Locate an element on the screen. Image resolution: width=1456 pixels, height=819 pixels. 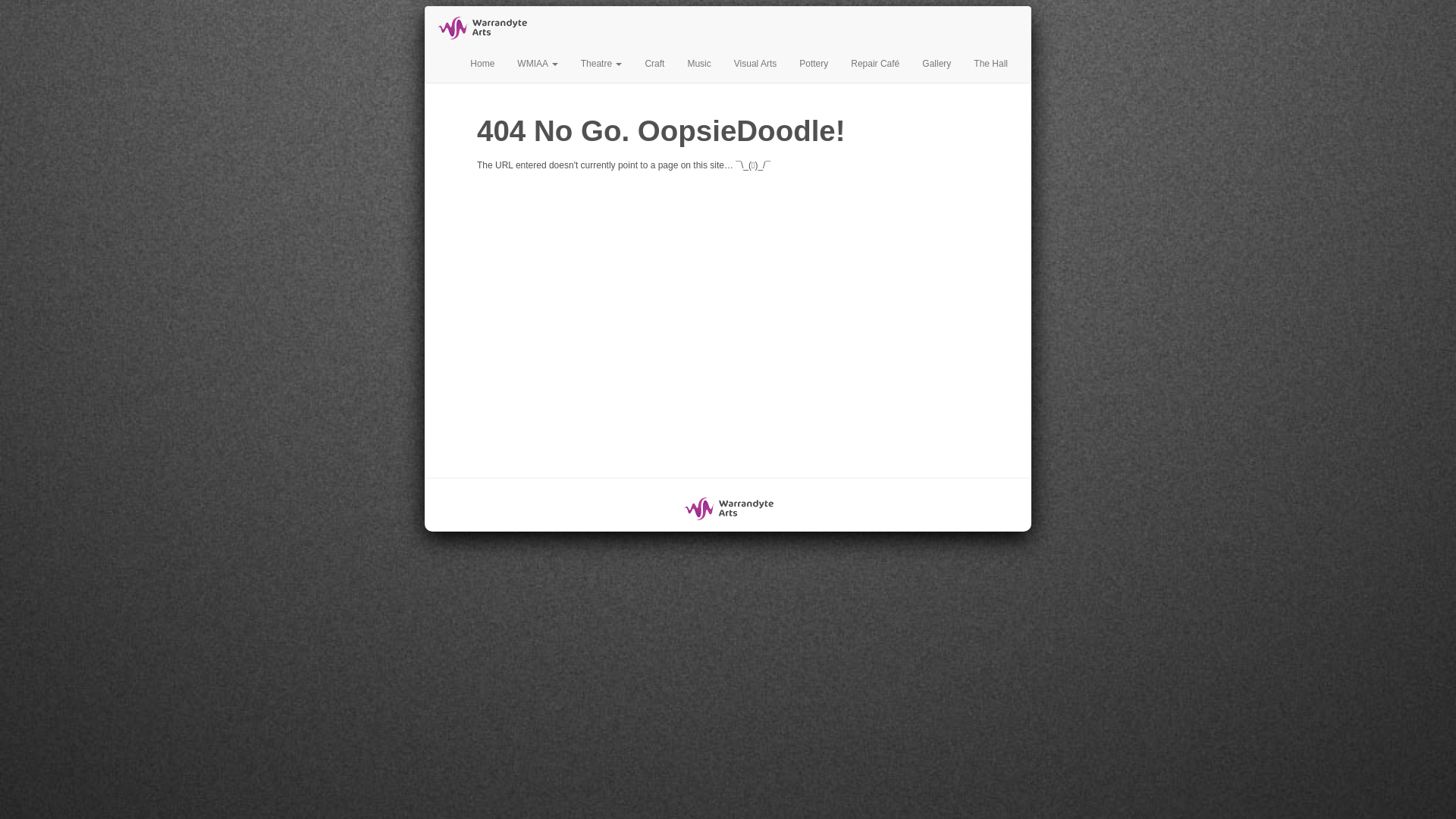
'Gallery' is located at coordinates (910, 63).